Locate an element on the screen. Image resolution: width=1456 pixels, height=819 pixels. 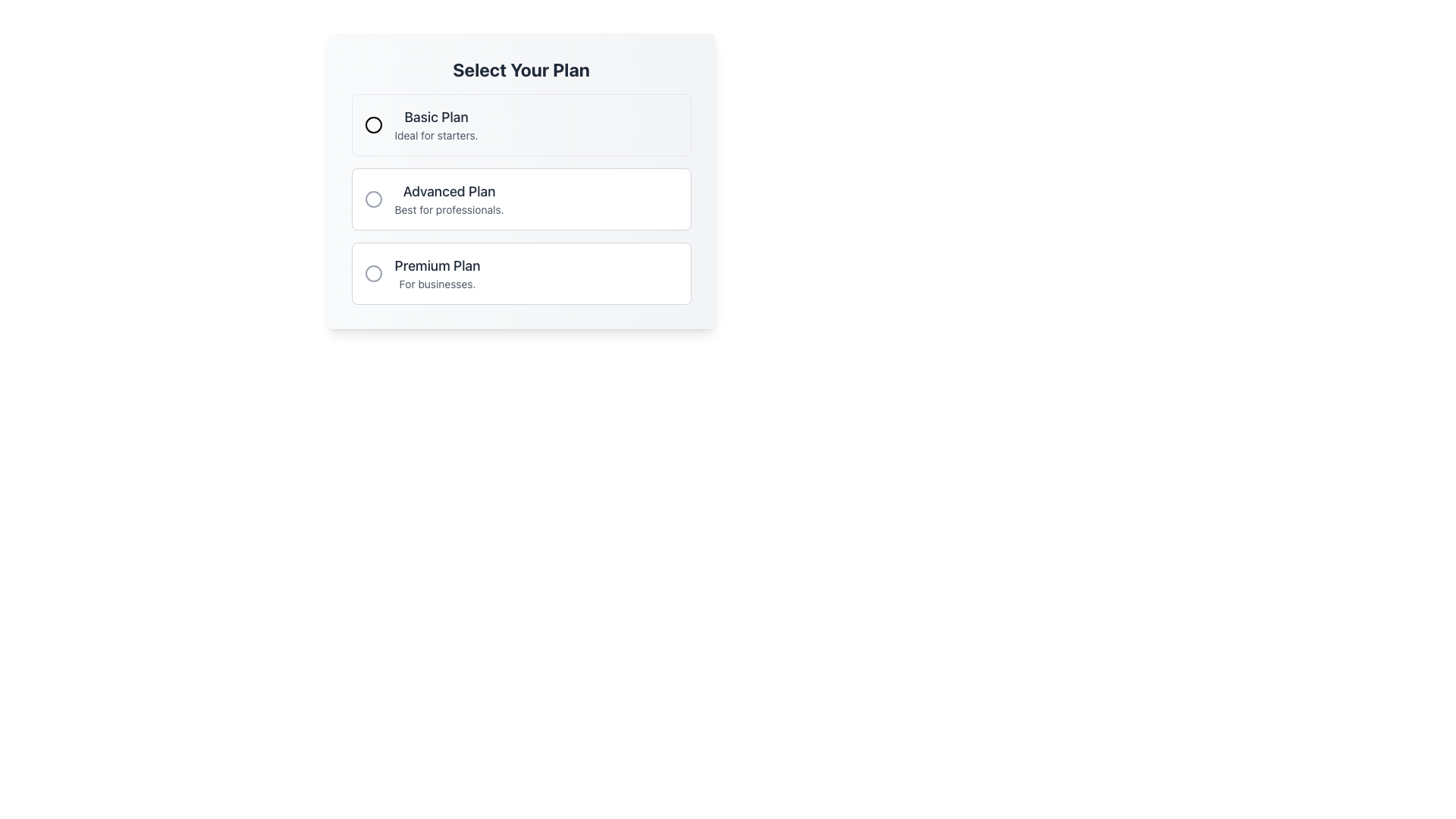
the static text label that reads 'Basic Plan' and 'Ideal for starters.' located to the right of the circular radio button in the 'Select Your Plan' section is located at coordinates (435, 124).